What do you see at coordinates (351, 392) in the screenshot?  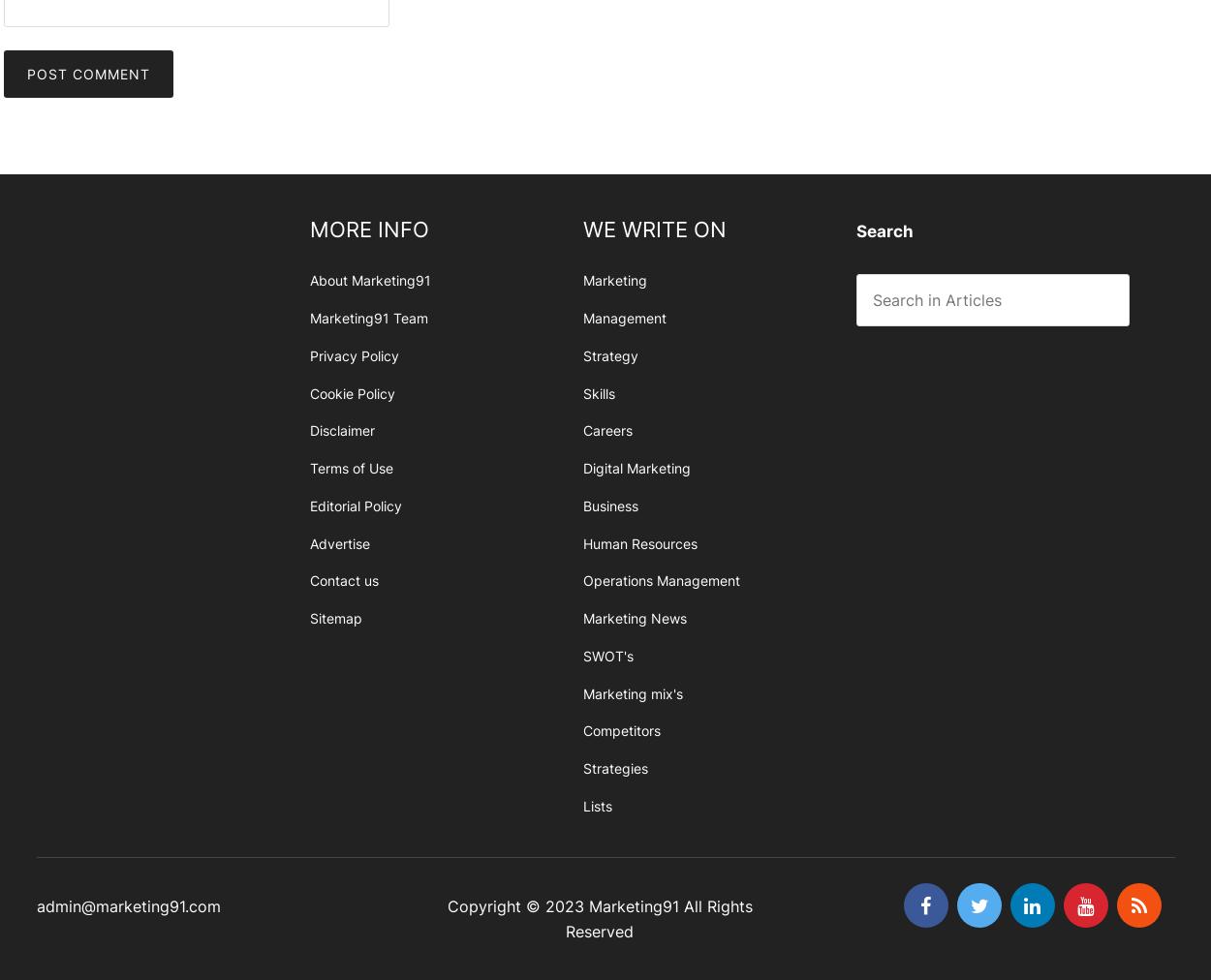 I see `'Cookie Policy'` at bounding box center [351, 392].